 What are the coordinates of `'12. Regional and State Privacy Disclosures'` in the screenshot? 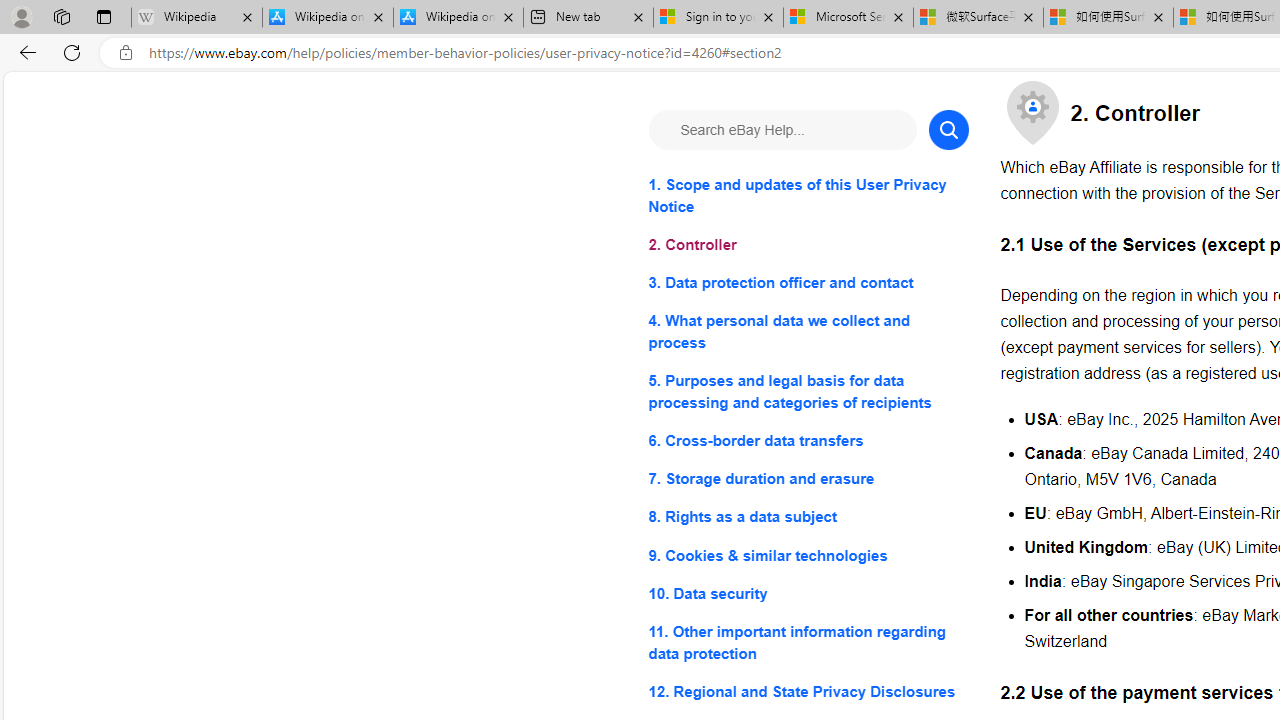 It's located at (808, 690).